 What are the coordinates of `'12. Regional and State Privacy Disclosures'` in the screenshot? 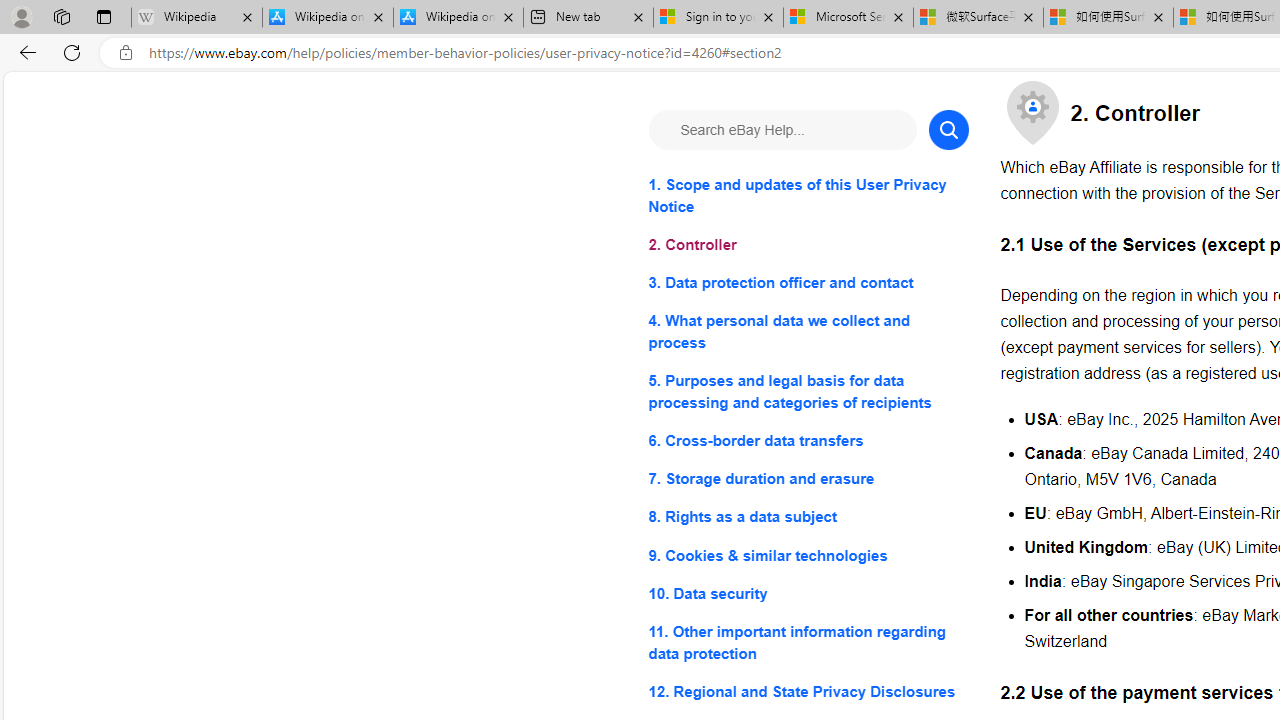 It's located at (808, 690).